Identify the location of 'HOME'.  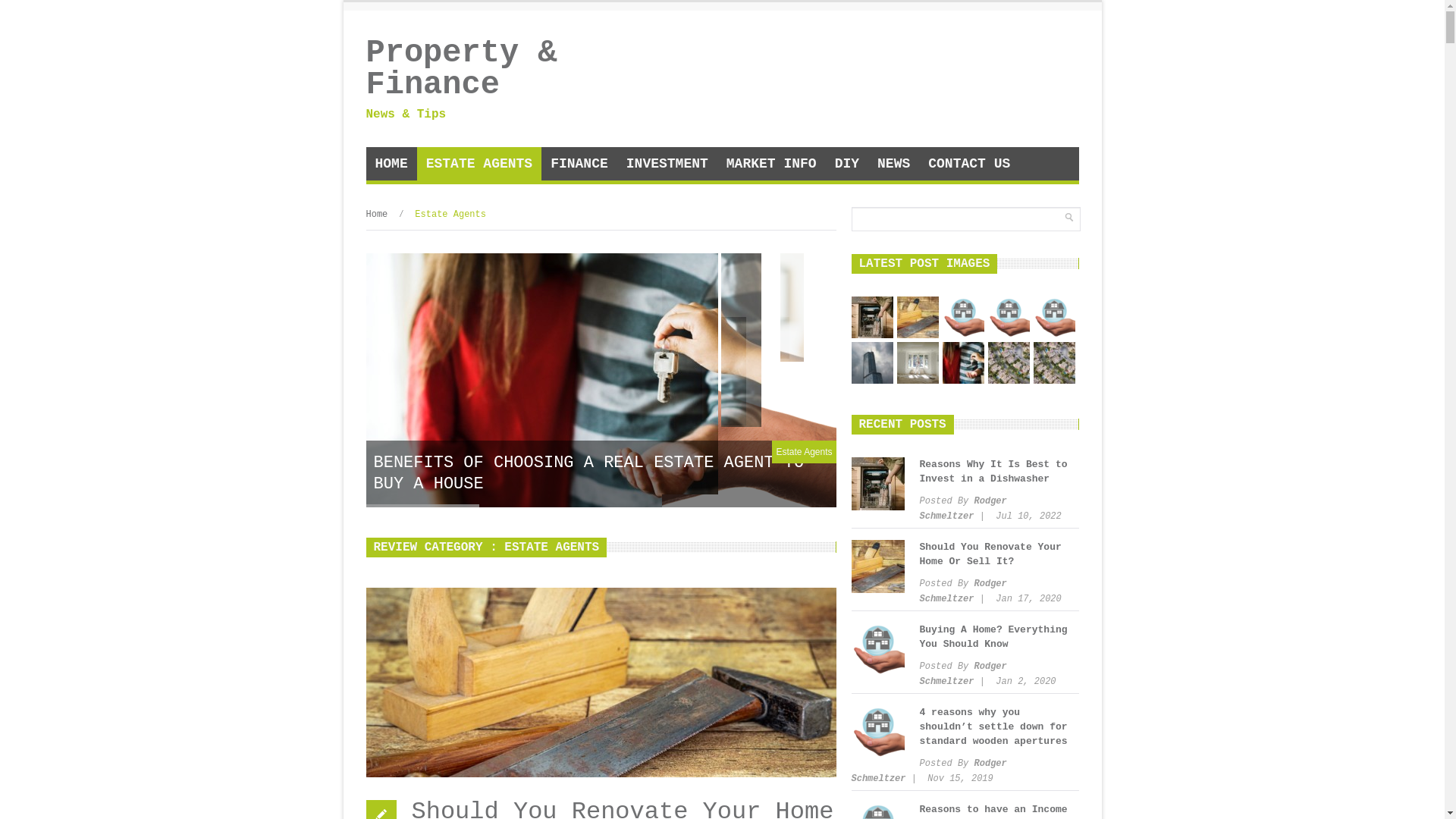
(391, 164).